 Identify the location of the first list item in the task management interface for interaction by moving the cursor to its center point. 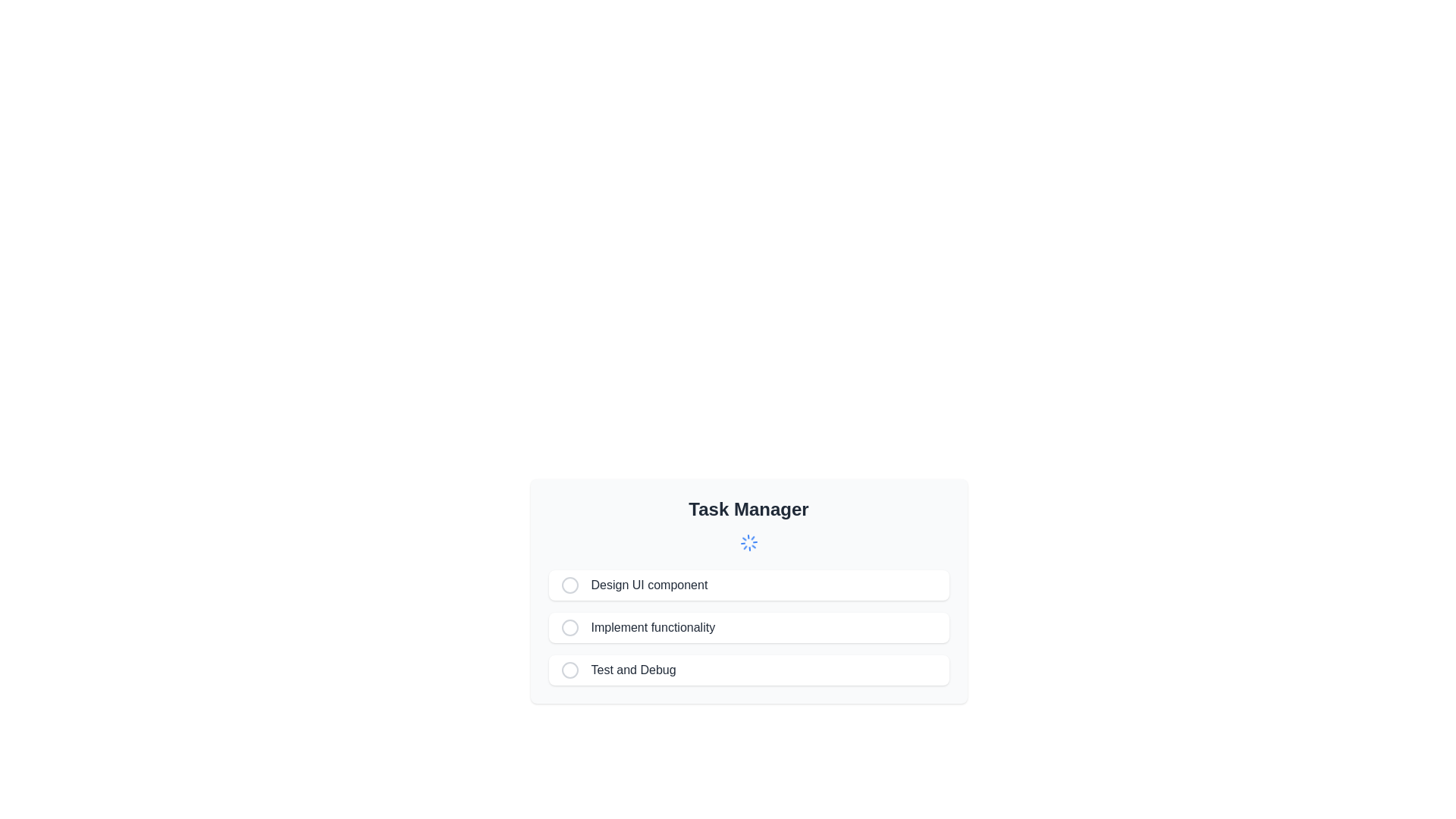
(748, 584).